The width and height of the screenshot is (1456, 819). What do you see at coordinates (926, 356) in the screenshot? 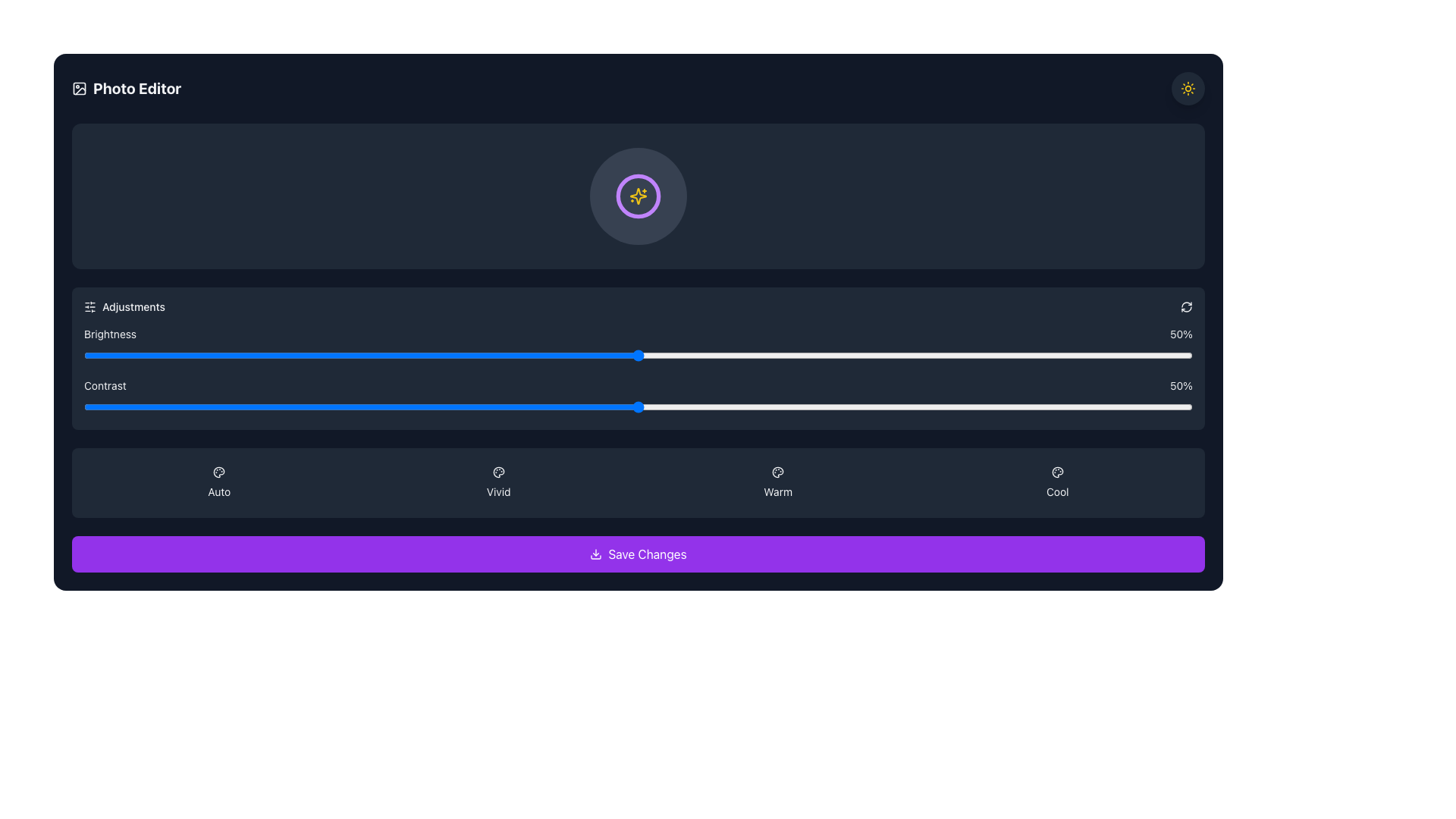
I see `contrast` at bounding box center [926, 356].